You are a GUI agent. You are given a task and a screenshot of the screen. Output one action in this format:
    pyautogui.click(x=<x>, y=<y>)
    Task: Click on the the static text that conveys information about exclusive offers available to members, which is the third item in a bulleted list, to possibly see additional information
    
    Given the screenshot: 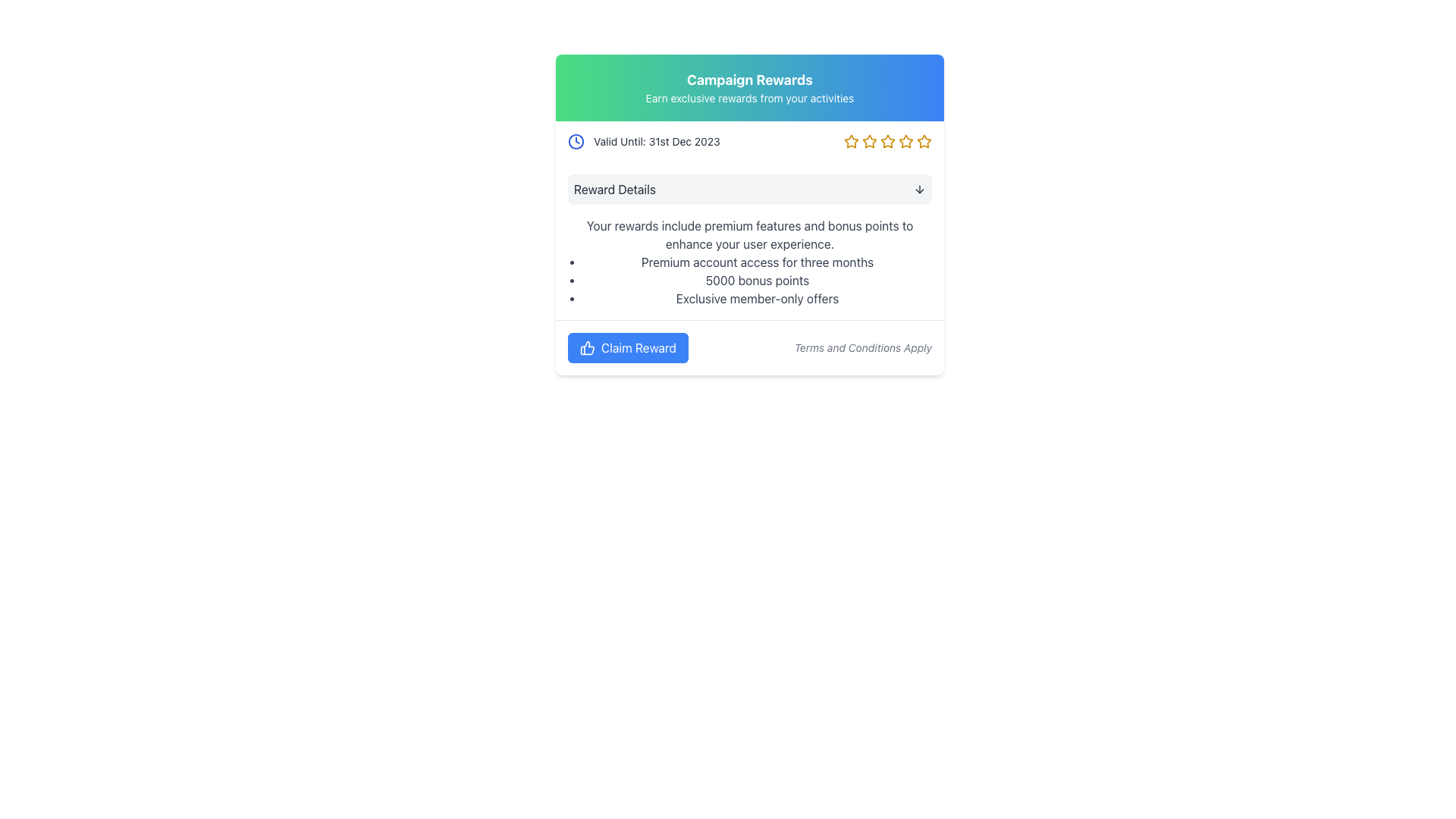 What is the action you would take?
    pyautogui.click(x=757, y=298)
    